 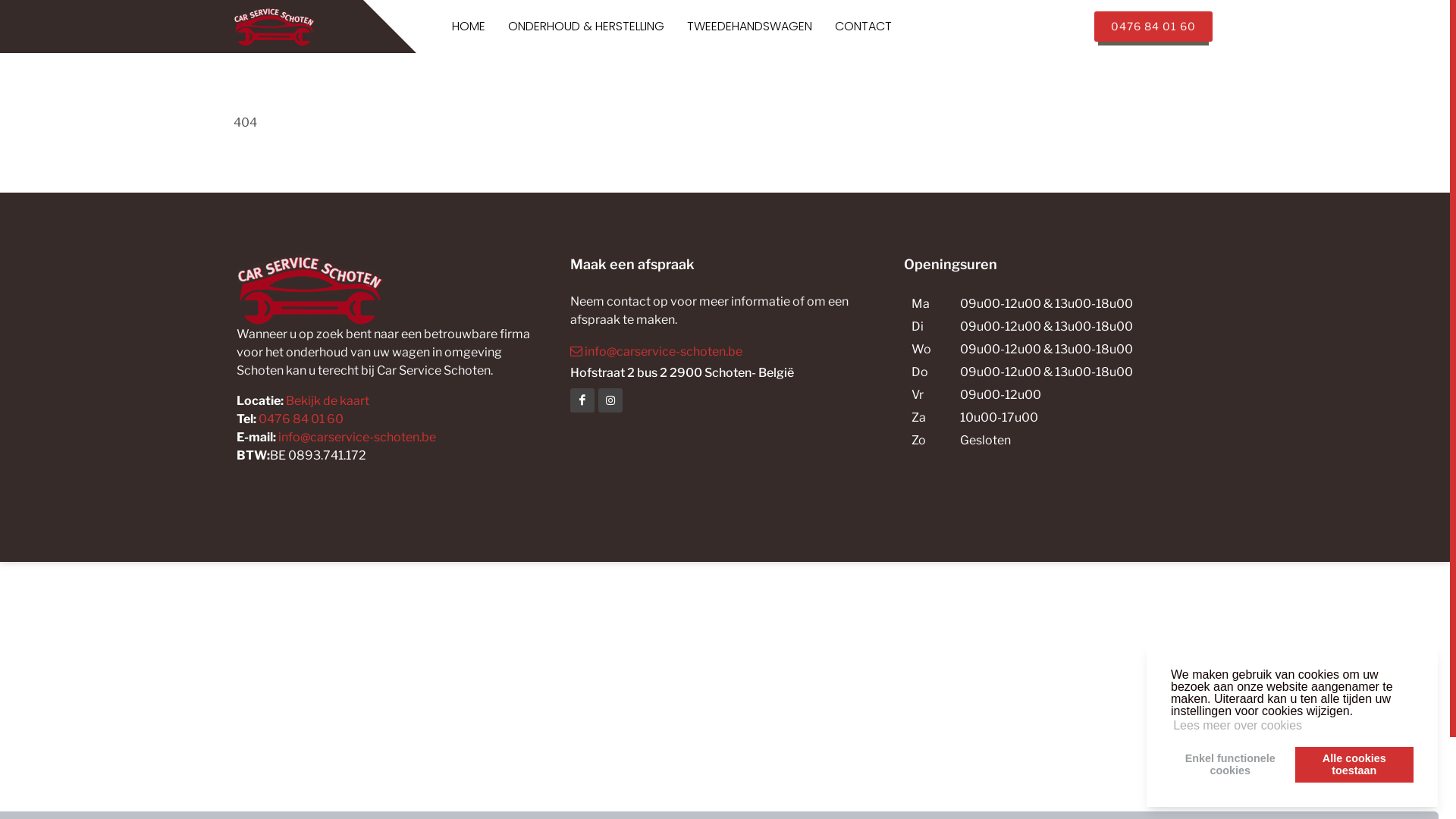 I want to click on '0476 84 01 60', so click(x=1153, y=26).